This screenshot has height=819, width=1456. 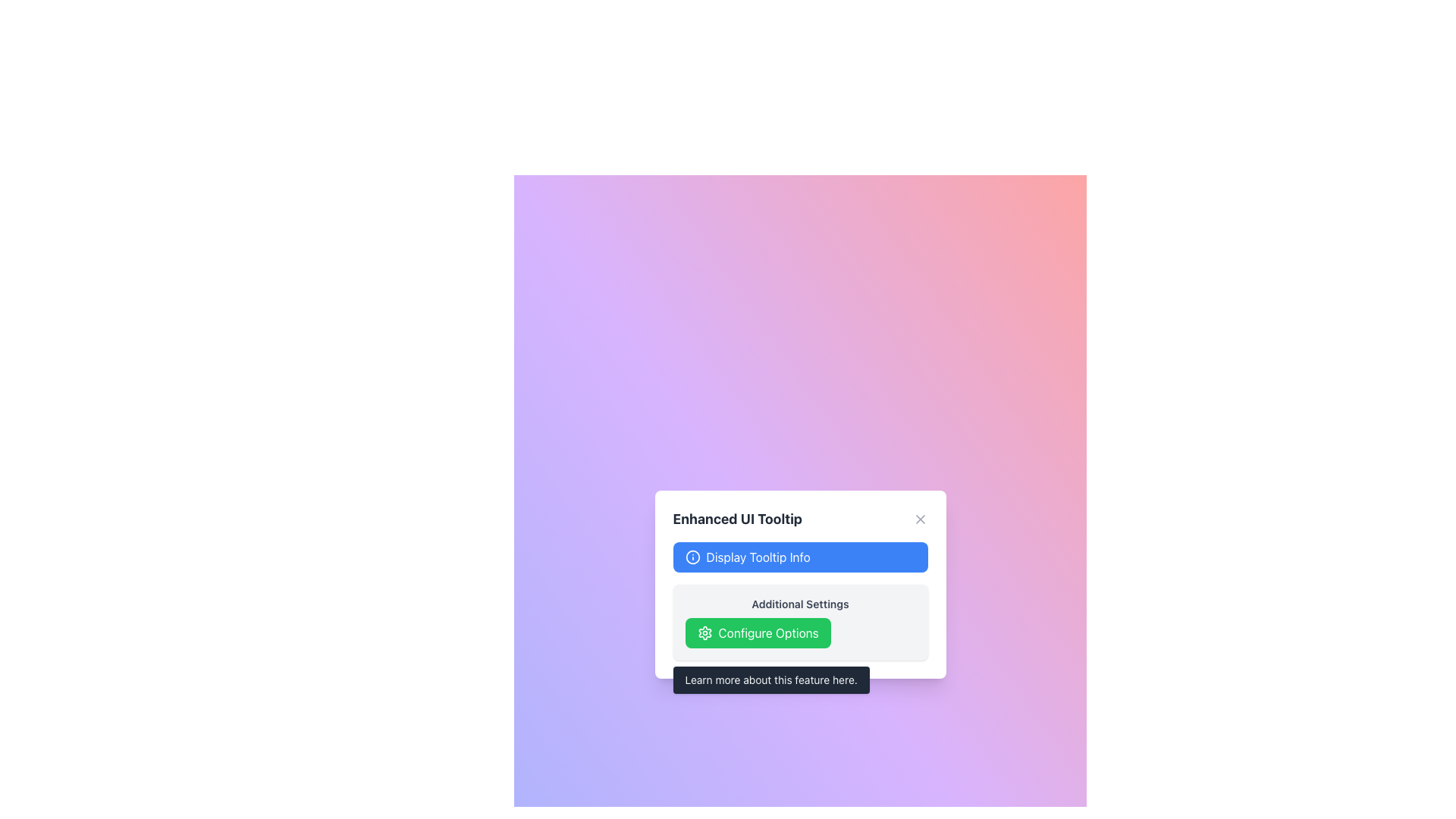 I want to click on the close button located in the top-right corner beside the heading text 'Enhanced UI Tooltip', so click(x=919, y=519).